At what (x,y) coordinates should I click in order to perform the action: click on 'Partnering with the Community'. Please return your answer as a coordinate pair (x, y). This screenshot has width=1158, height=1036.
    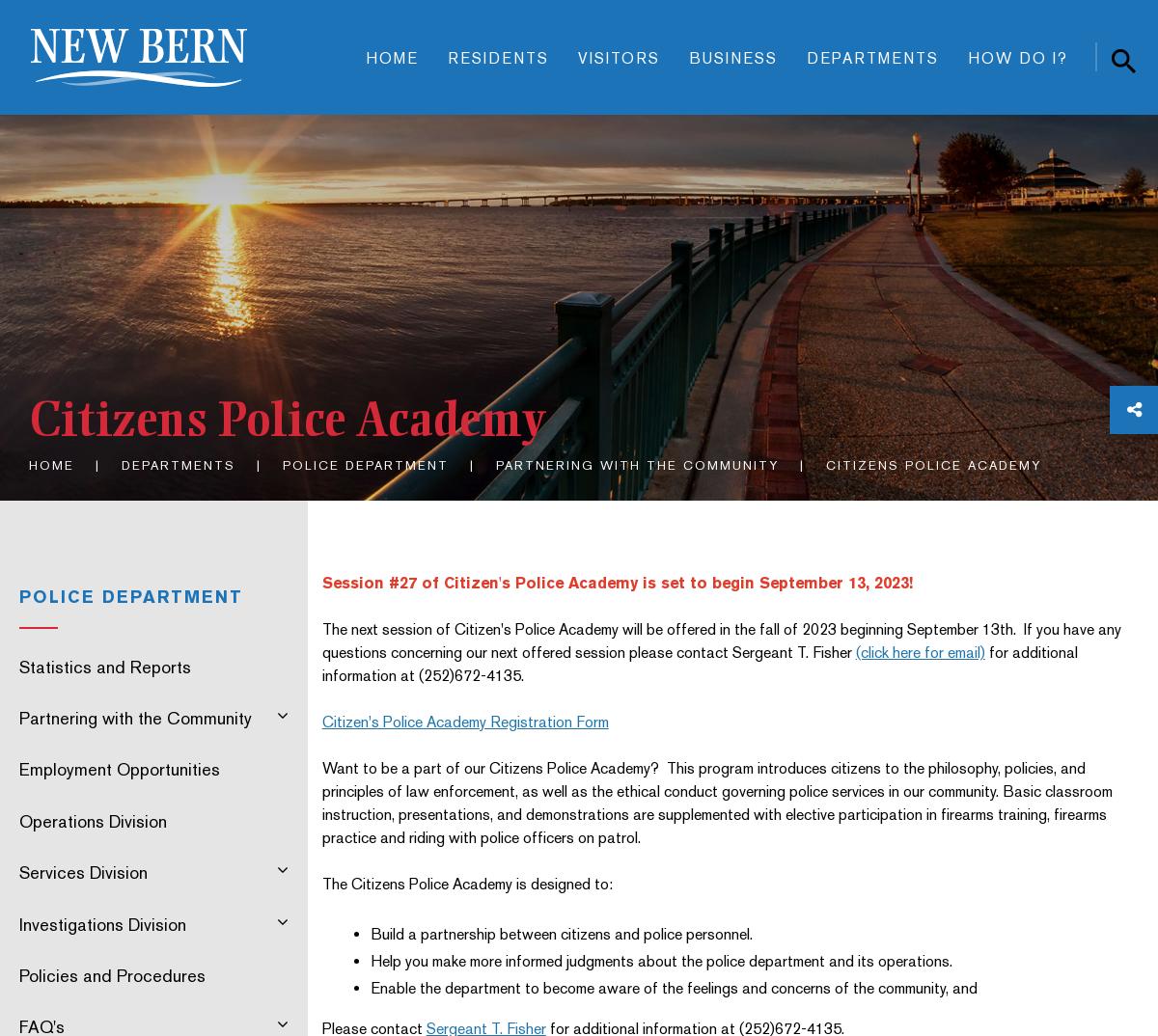
    Looking at the image, I should click on (637, 464).